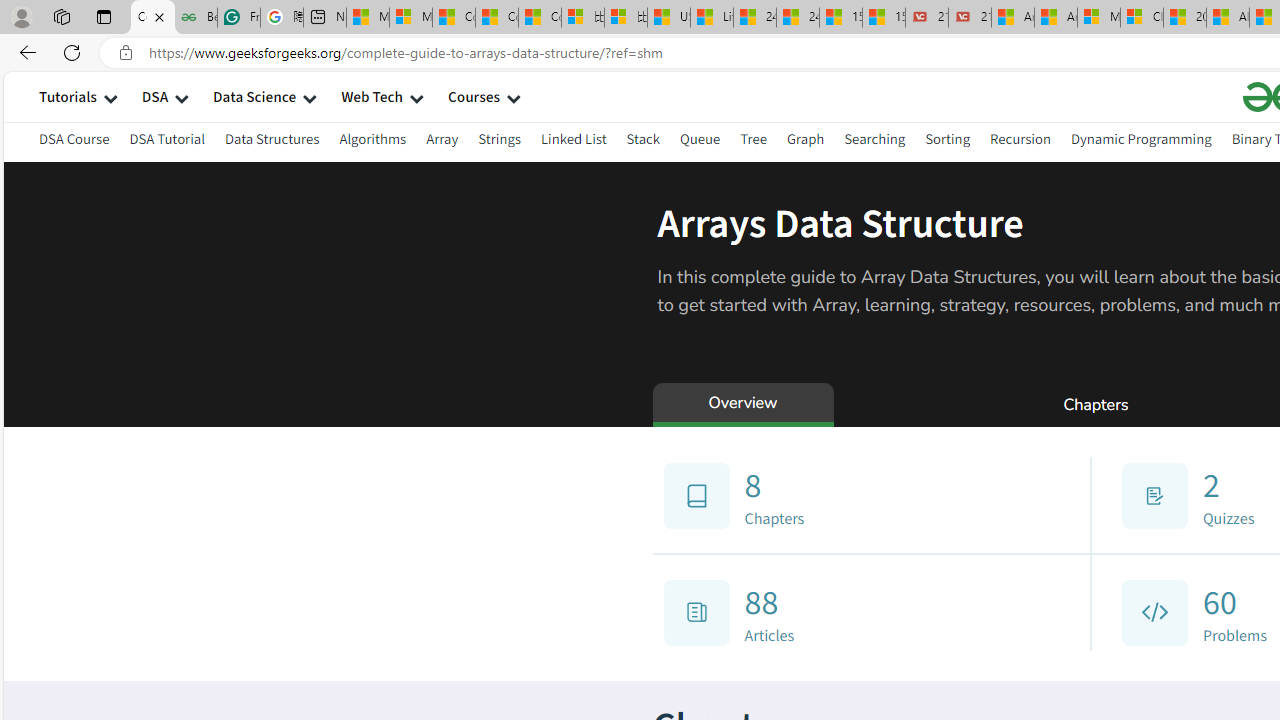  I want to click on 'Searching', so click(875, 141).